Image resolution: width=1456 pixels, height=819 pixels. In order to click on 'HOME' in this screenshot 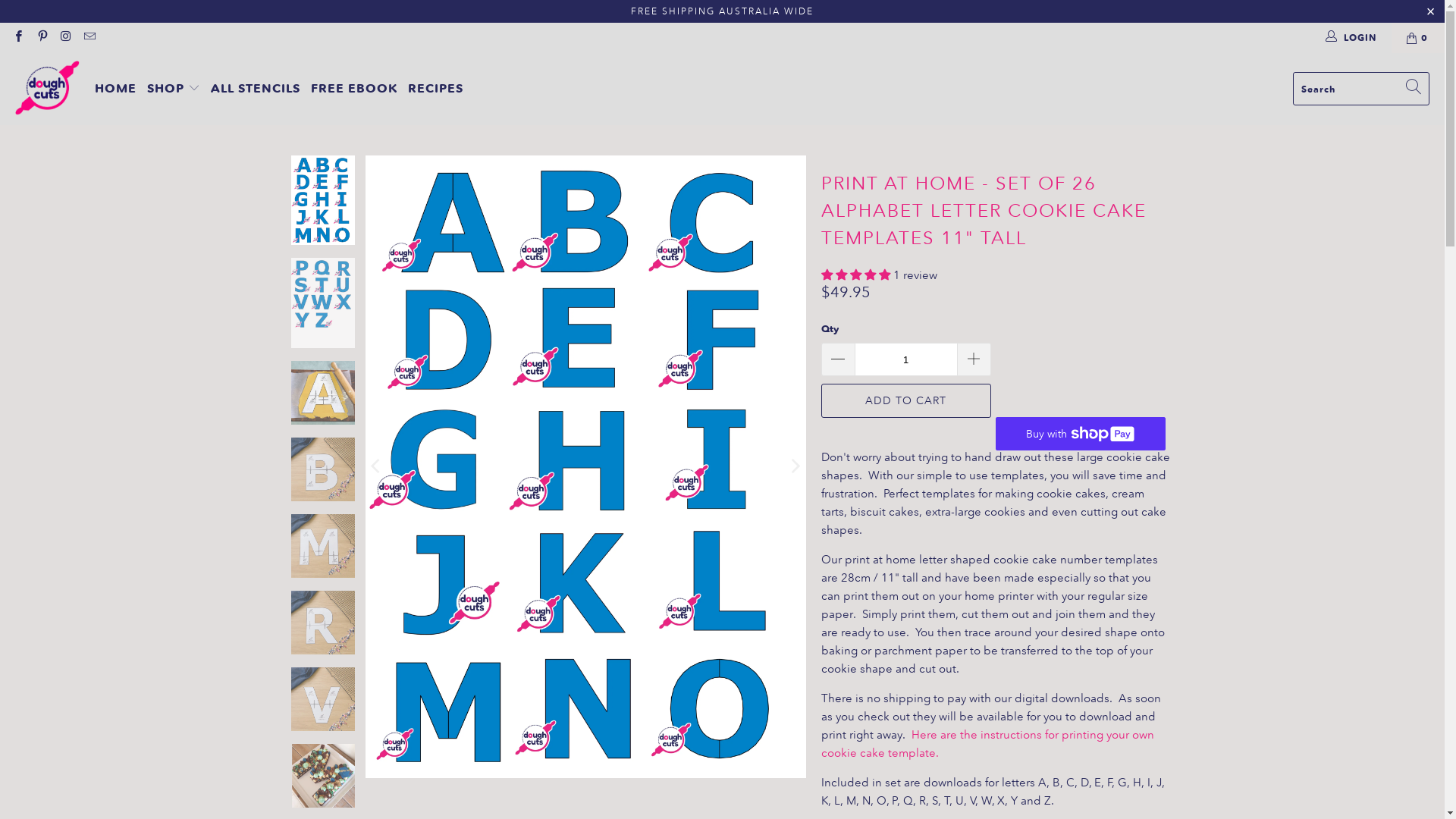, I will do `click(115, 89)`.